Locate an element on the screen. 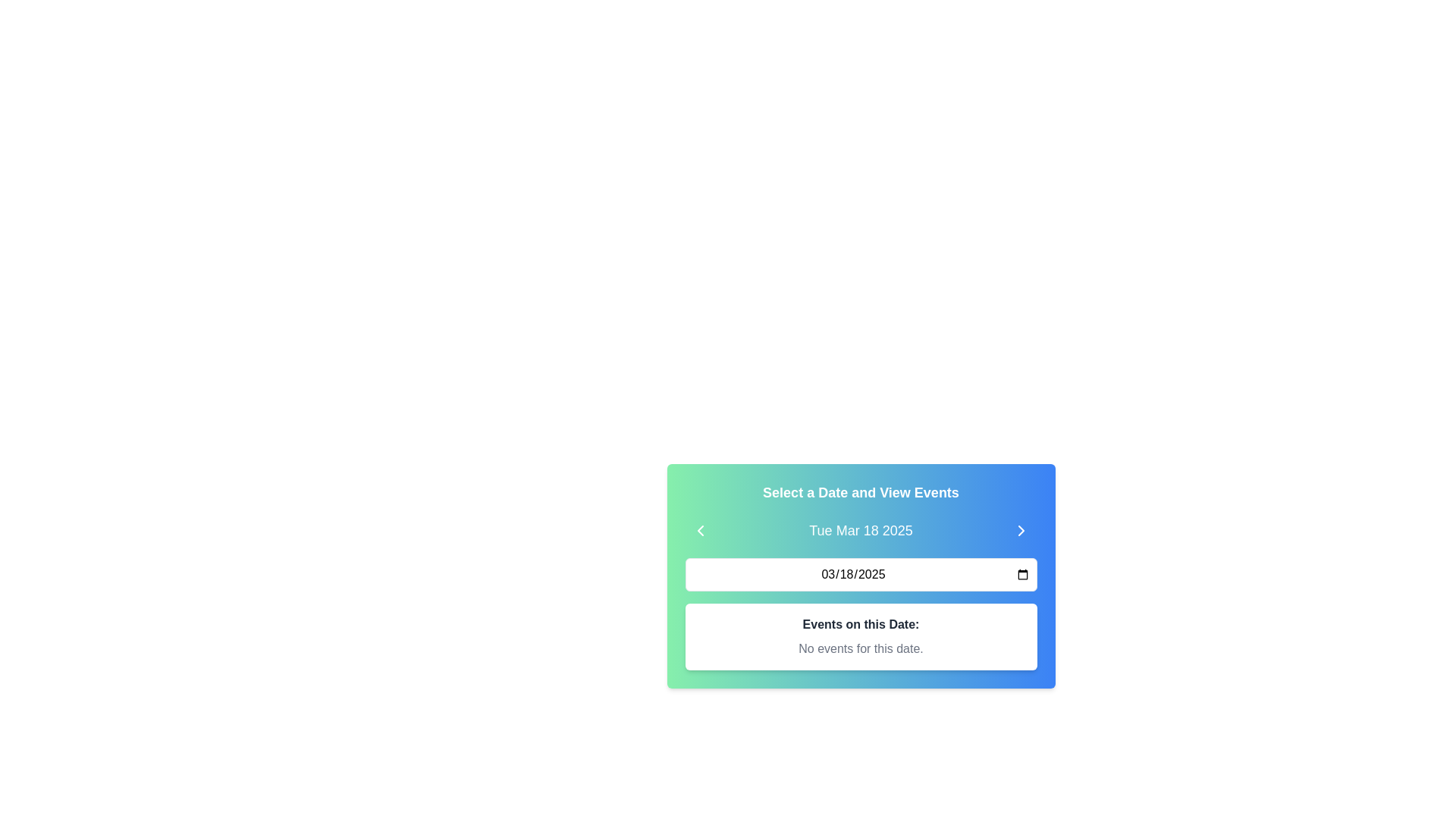  the backward navigation button with a chevron-left icon, located next to the date 'Tue Mar 18 2025' is located at coordinates (699, 529).